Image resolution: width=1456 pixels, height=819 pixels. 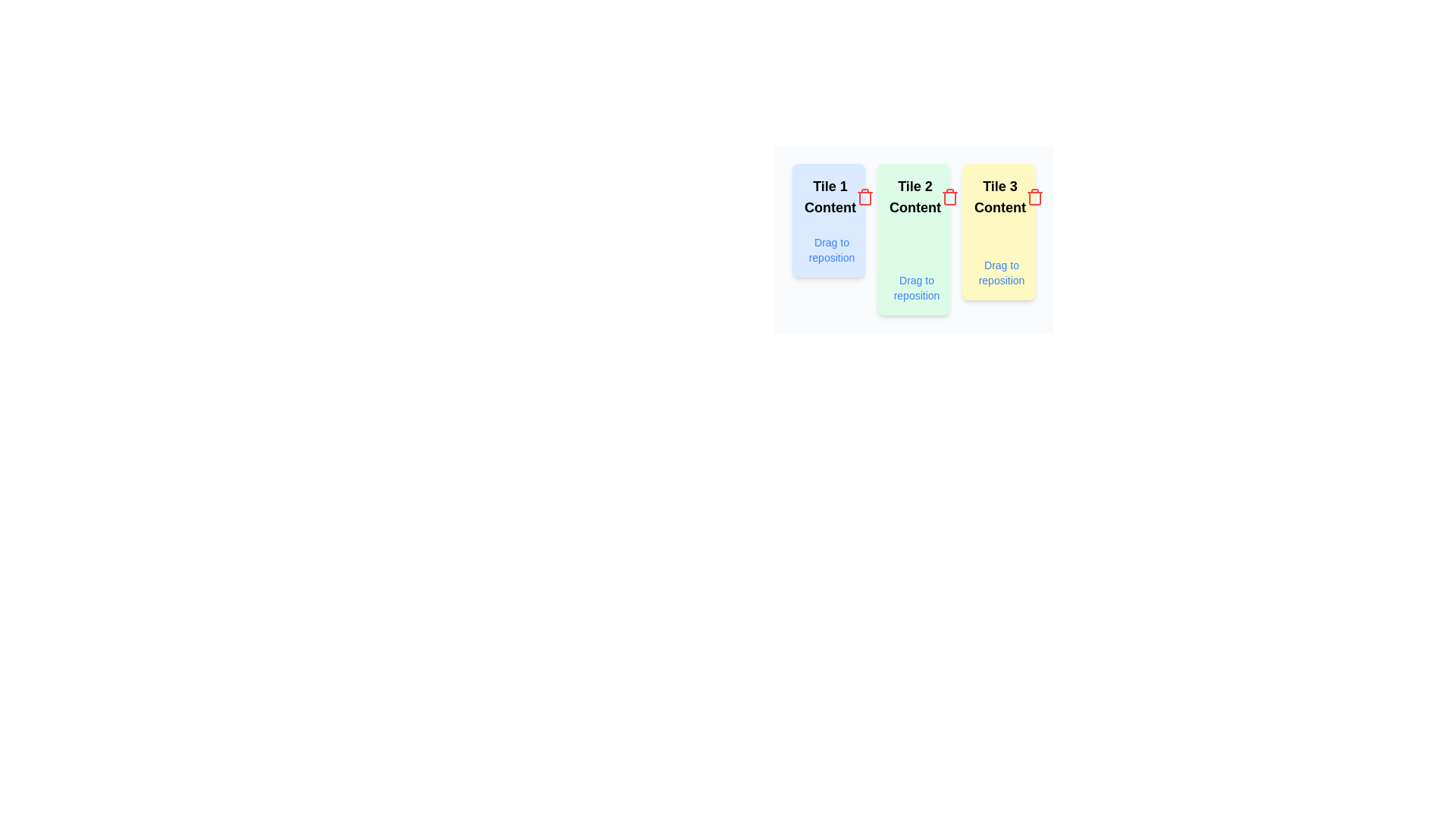 I want to click on the main heading text of the third tile, which is positioned to the right of 'Tile 2 Content' and to the left of the tile's delete icon, so click(x=1000, y=196).